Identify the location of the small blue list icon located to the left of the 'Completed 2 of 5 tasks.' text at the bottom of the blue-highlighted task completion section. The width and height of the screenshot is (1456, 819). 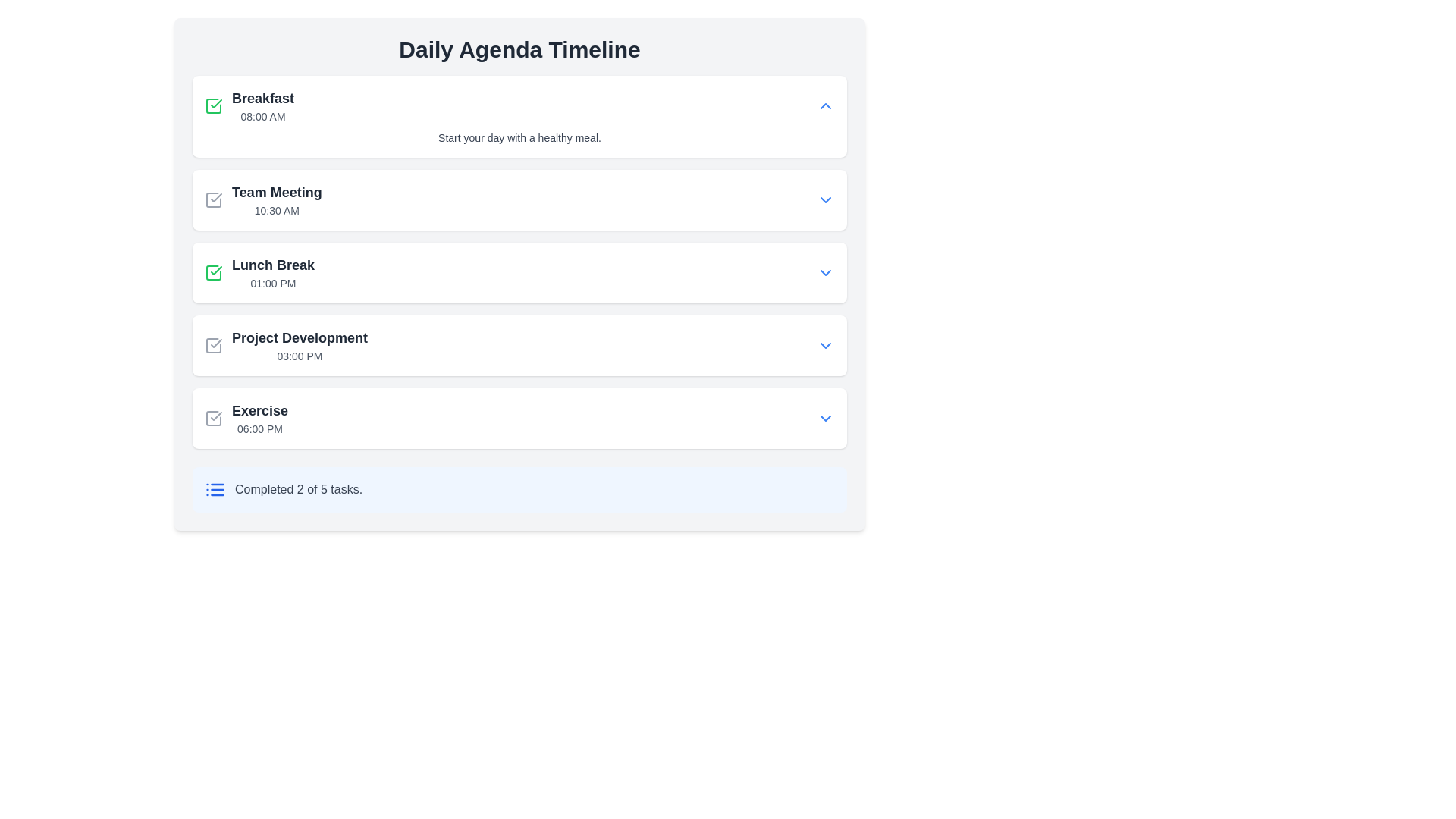
(214, 489).